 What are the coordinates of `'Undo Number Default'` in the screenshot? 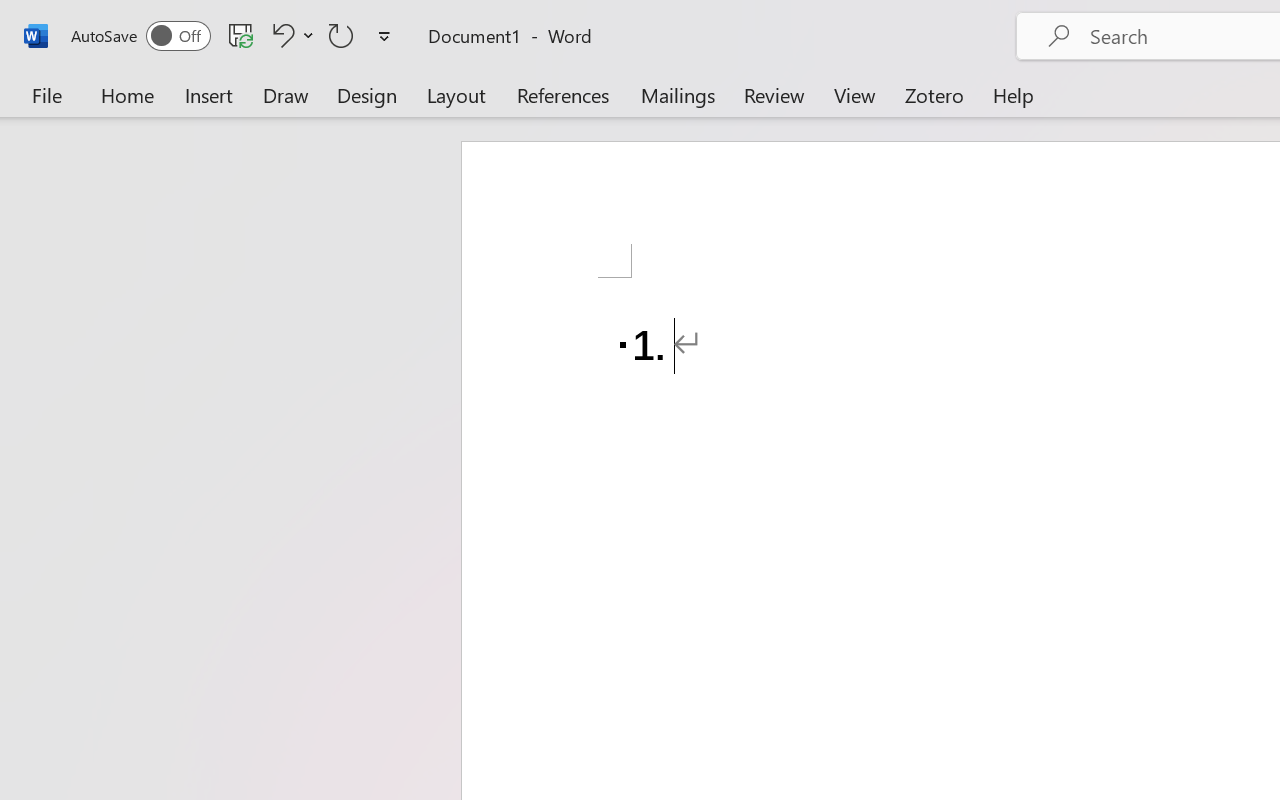 It's located at (279, 34).